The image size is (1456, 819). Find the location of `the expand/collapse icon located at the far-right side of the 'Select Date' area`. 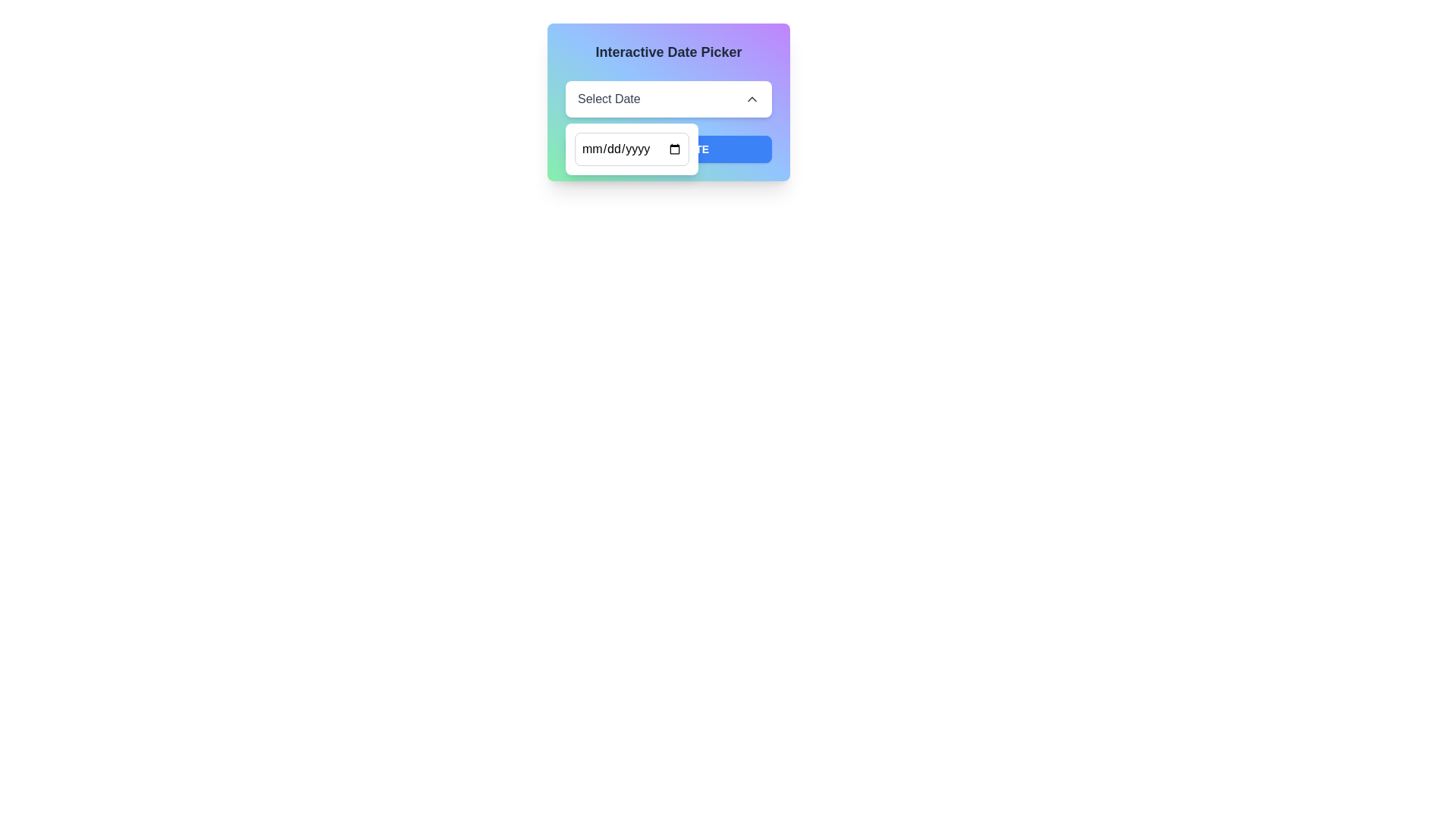

the expand/collapse icon located at the far-right side of the 'Select Date' area is located at coordinates (752, 99).